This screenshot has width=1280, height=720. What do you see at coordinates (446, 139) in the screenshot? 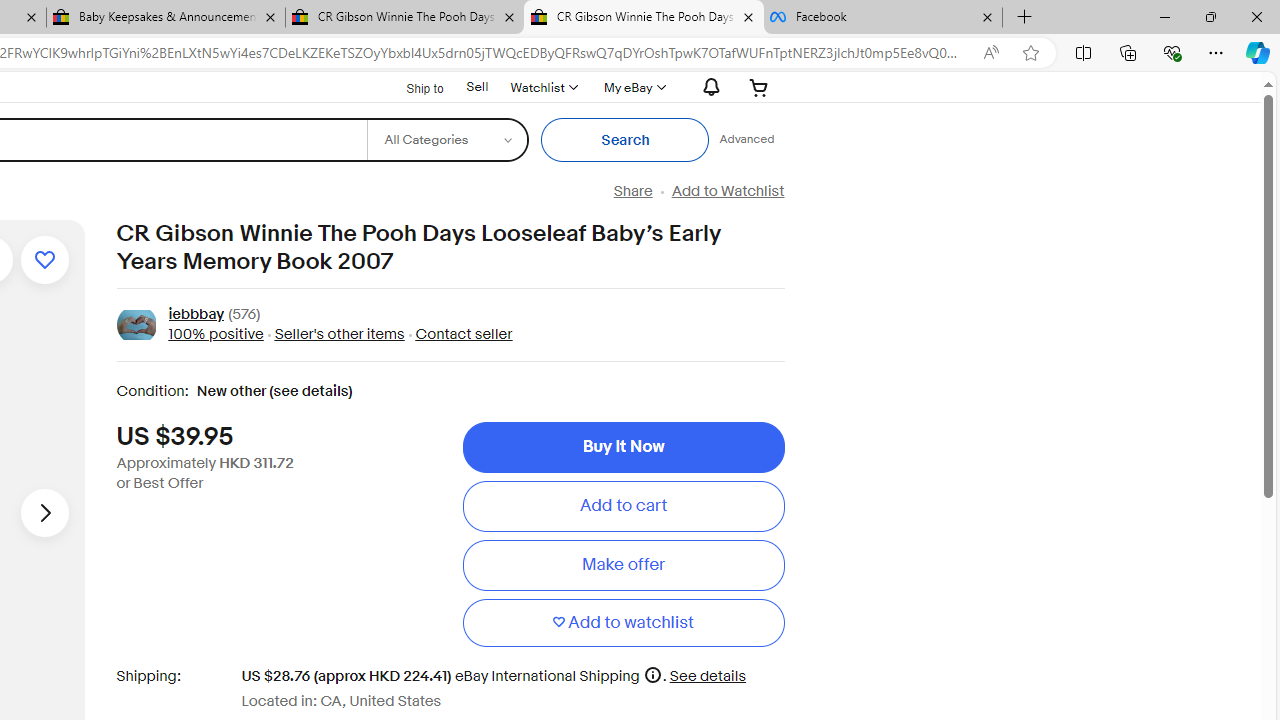
I see `'Select a category for search'` at bounding box center [446, 139].